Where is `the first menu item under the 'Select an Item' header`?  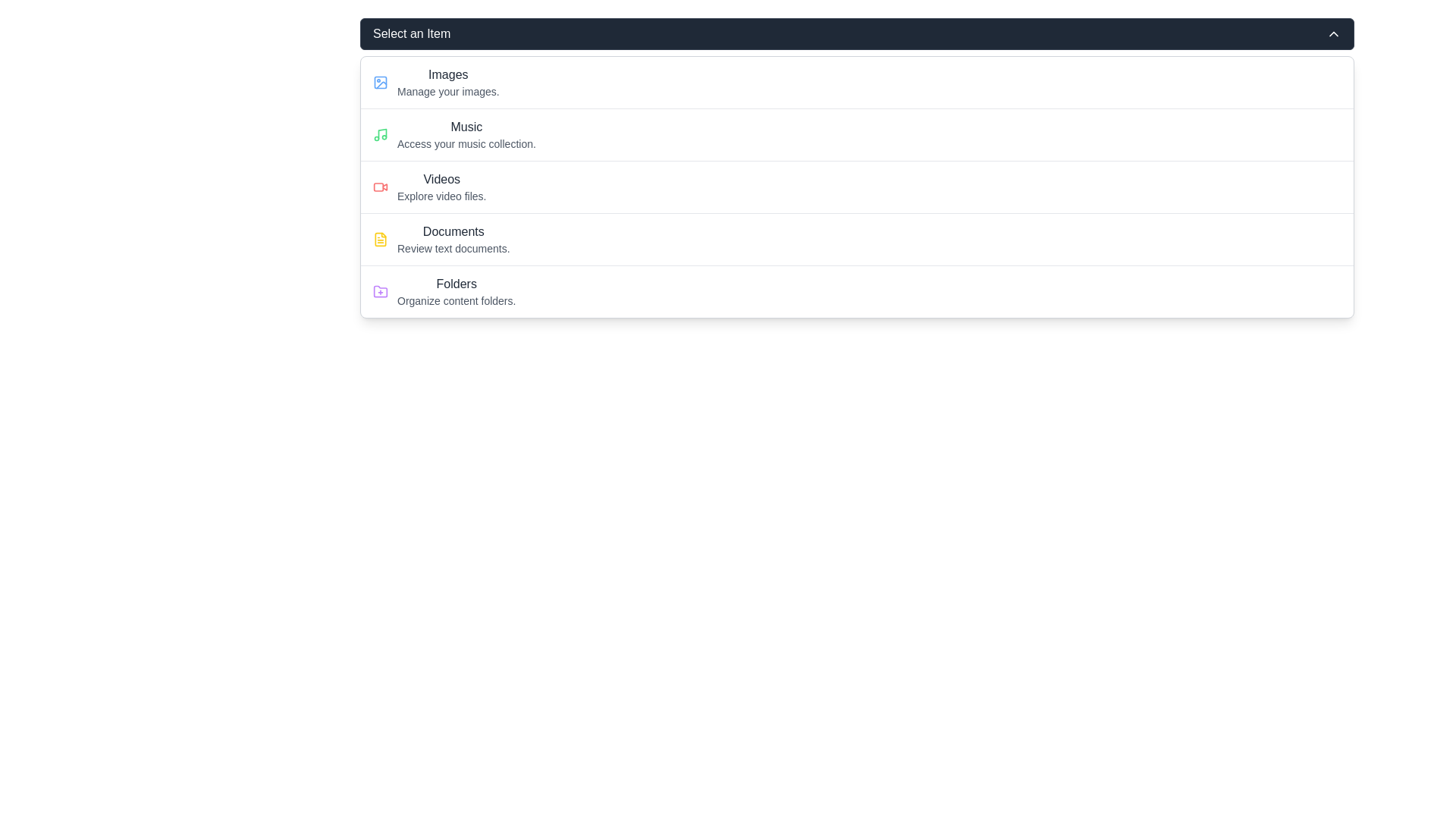 the first menu item under the 'Select an Item' header is located at coordinates (447, 82).